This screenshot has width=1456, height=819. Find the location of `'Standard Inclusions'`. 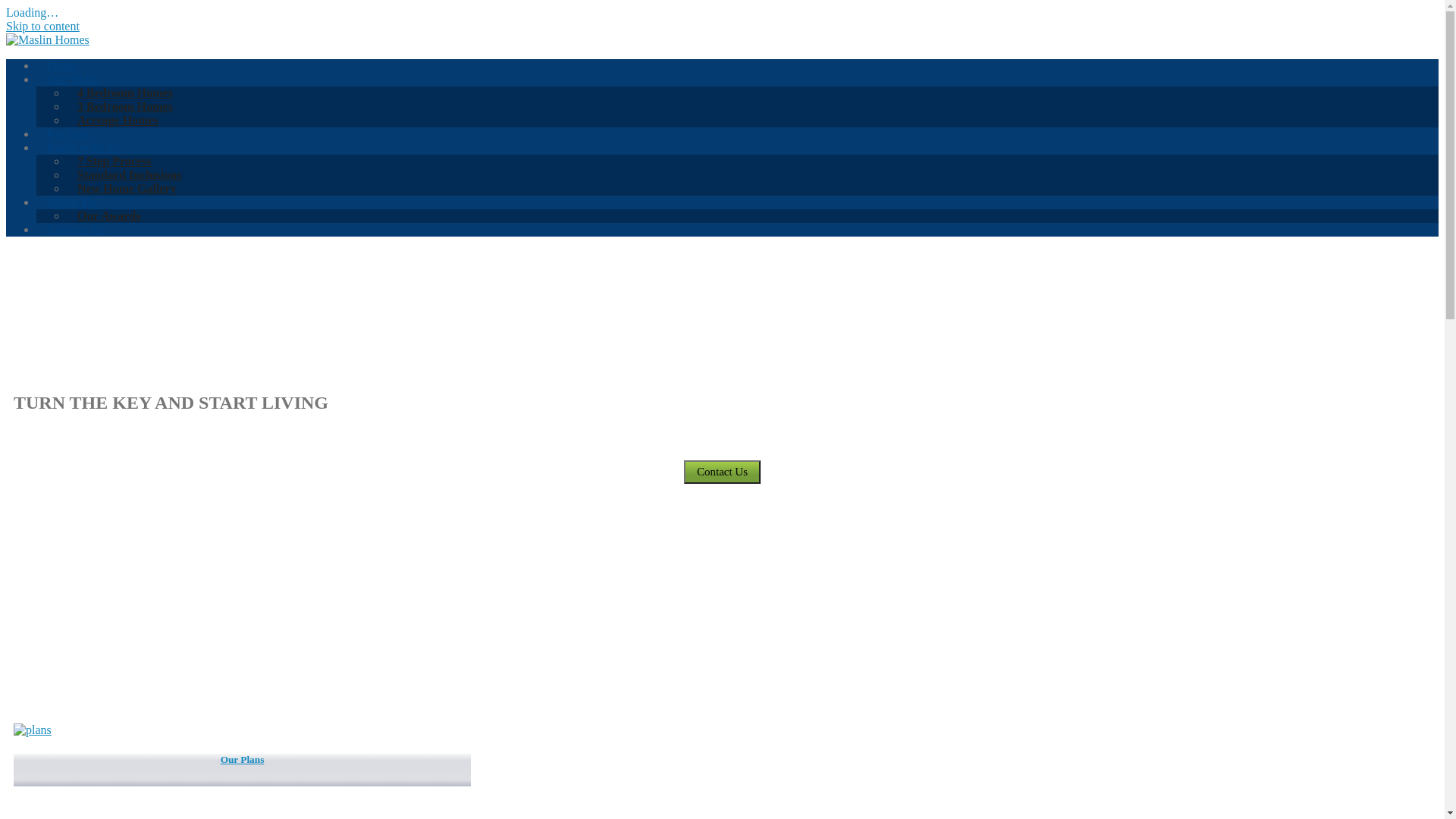

'Standard Inclusions' is located at coordinates (129, 174).